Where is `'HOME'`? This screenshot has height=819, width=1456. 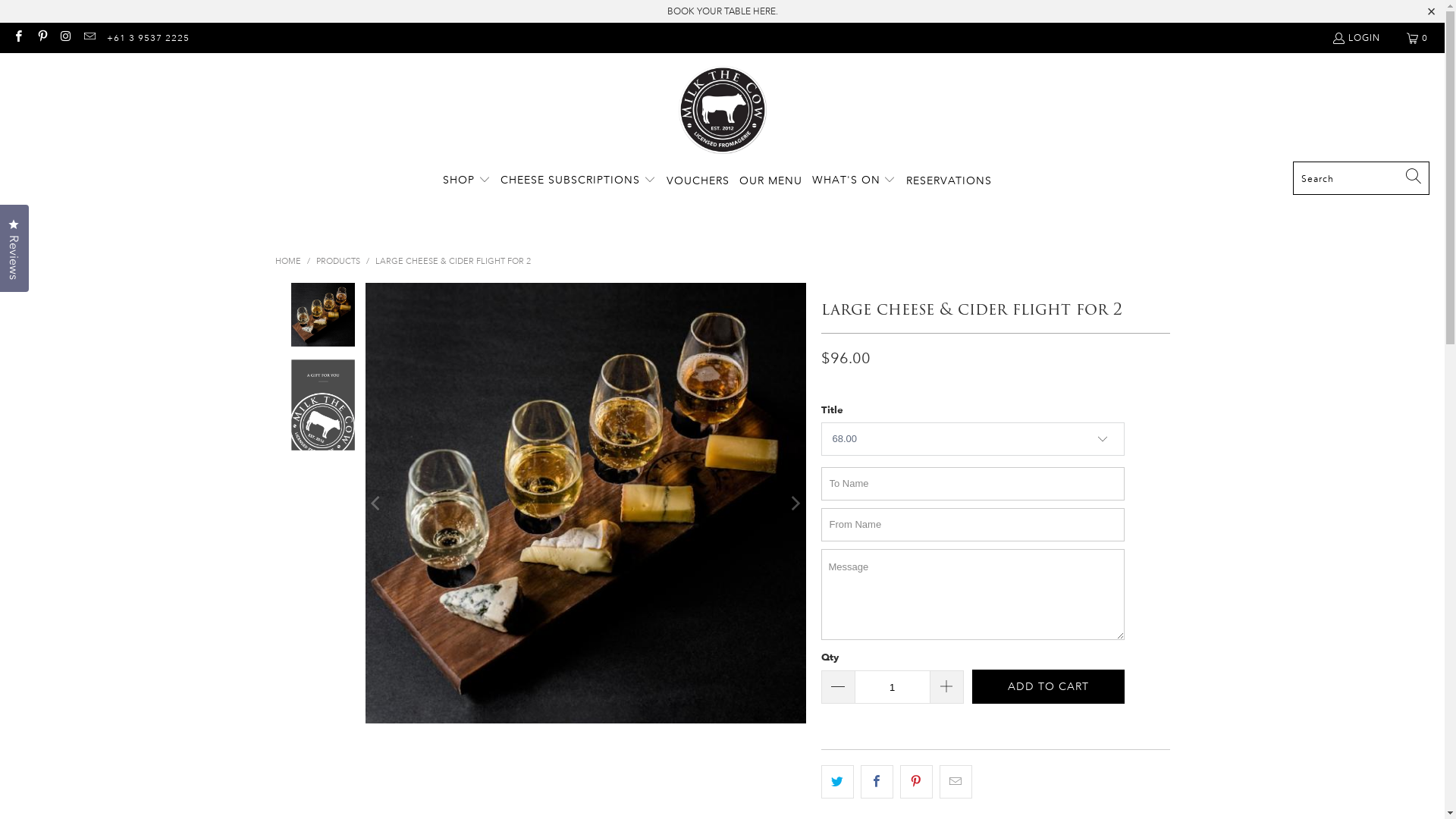
'HOME' is located at coordinates (287, 260).